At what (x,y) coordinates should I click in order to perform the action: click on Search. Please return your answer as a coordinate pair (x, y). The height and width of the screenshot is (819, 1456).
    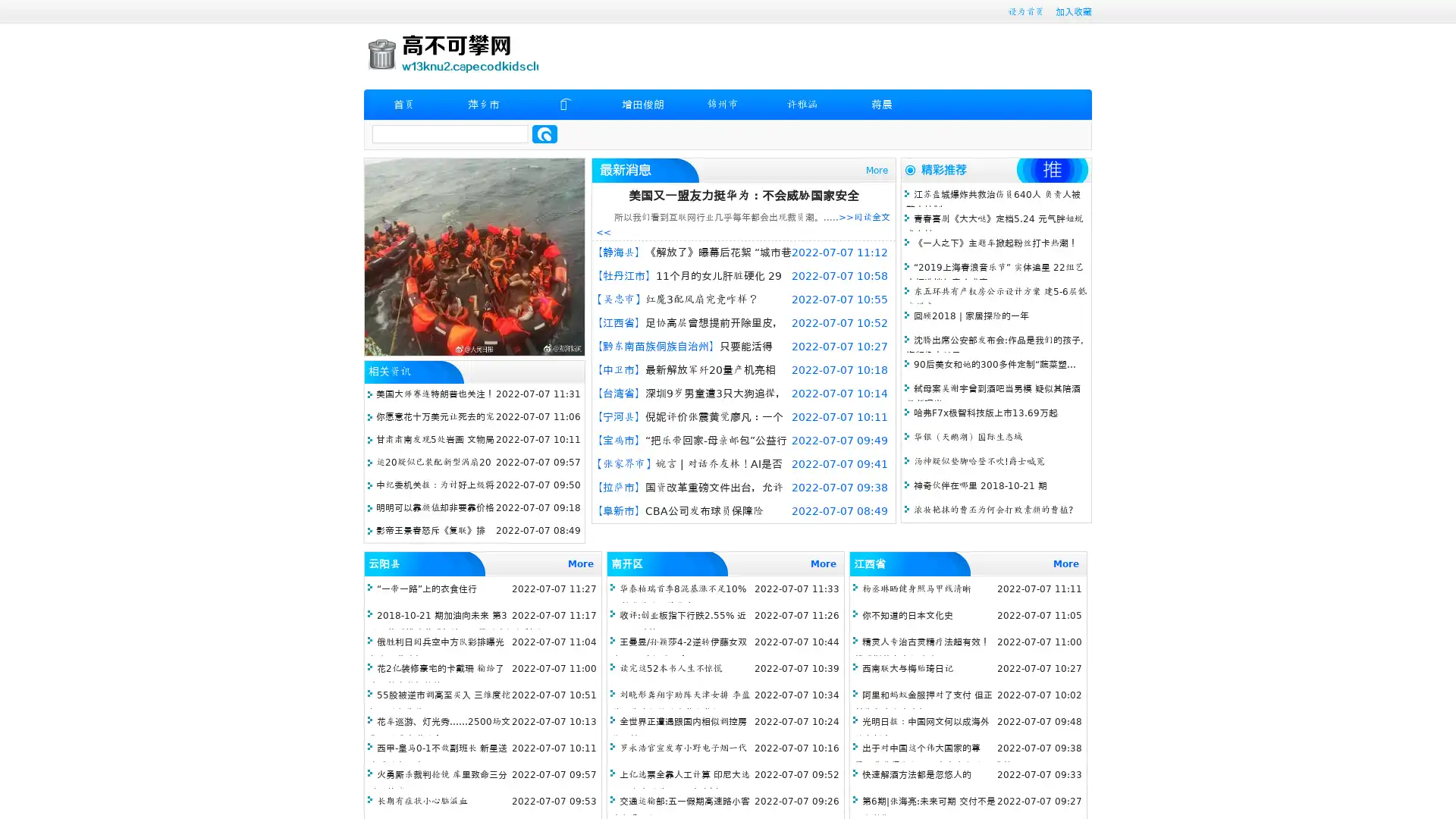
    Looking at the image, I should click on (544, 133).